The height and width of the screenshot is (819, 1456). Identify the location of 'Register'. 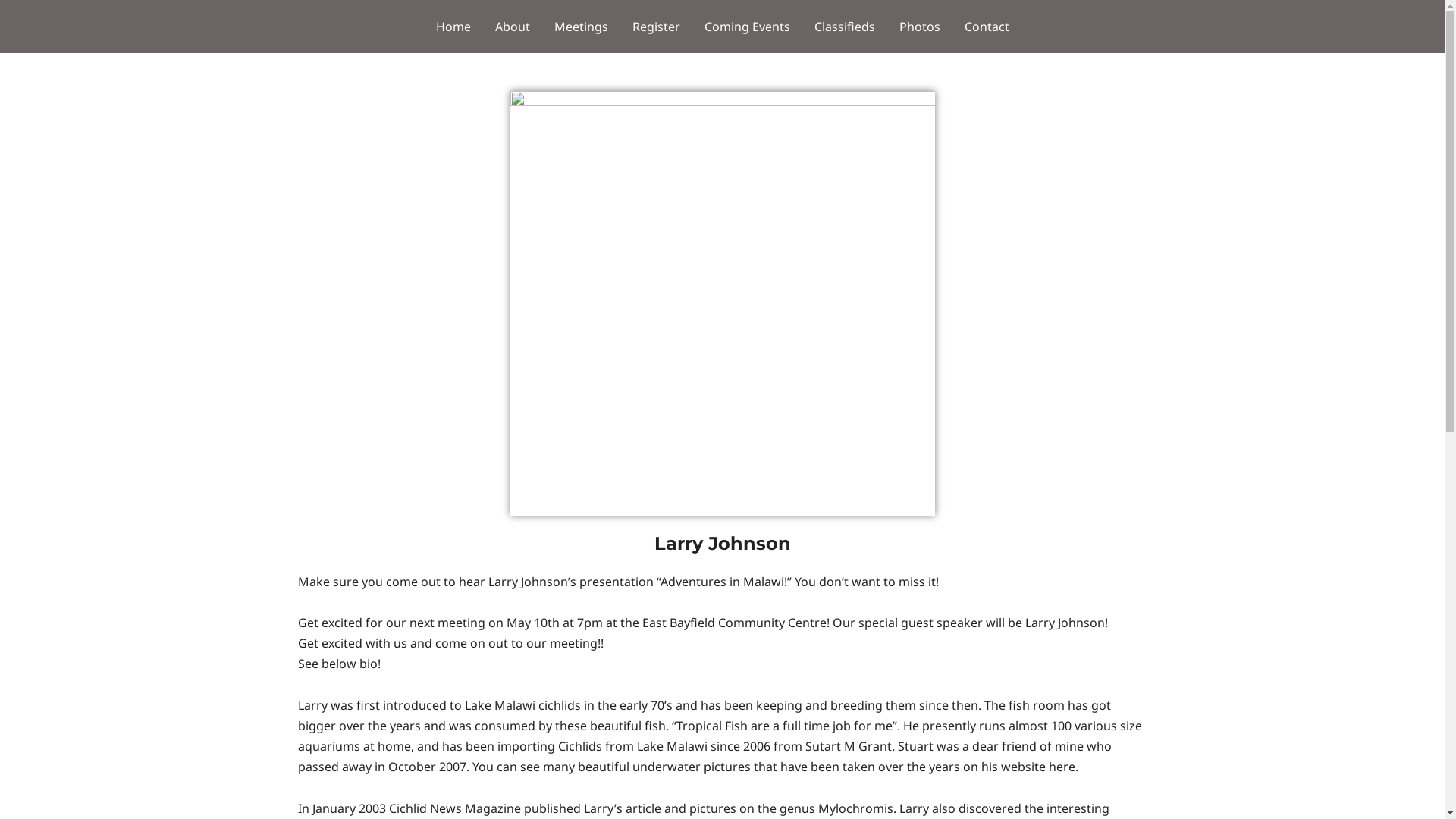
(656, 26).